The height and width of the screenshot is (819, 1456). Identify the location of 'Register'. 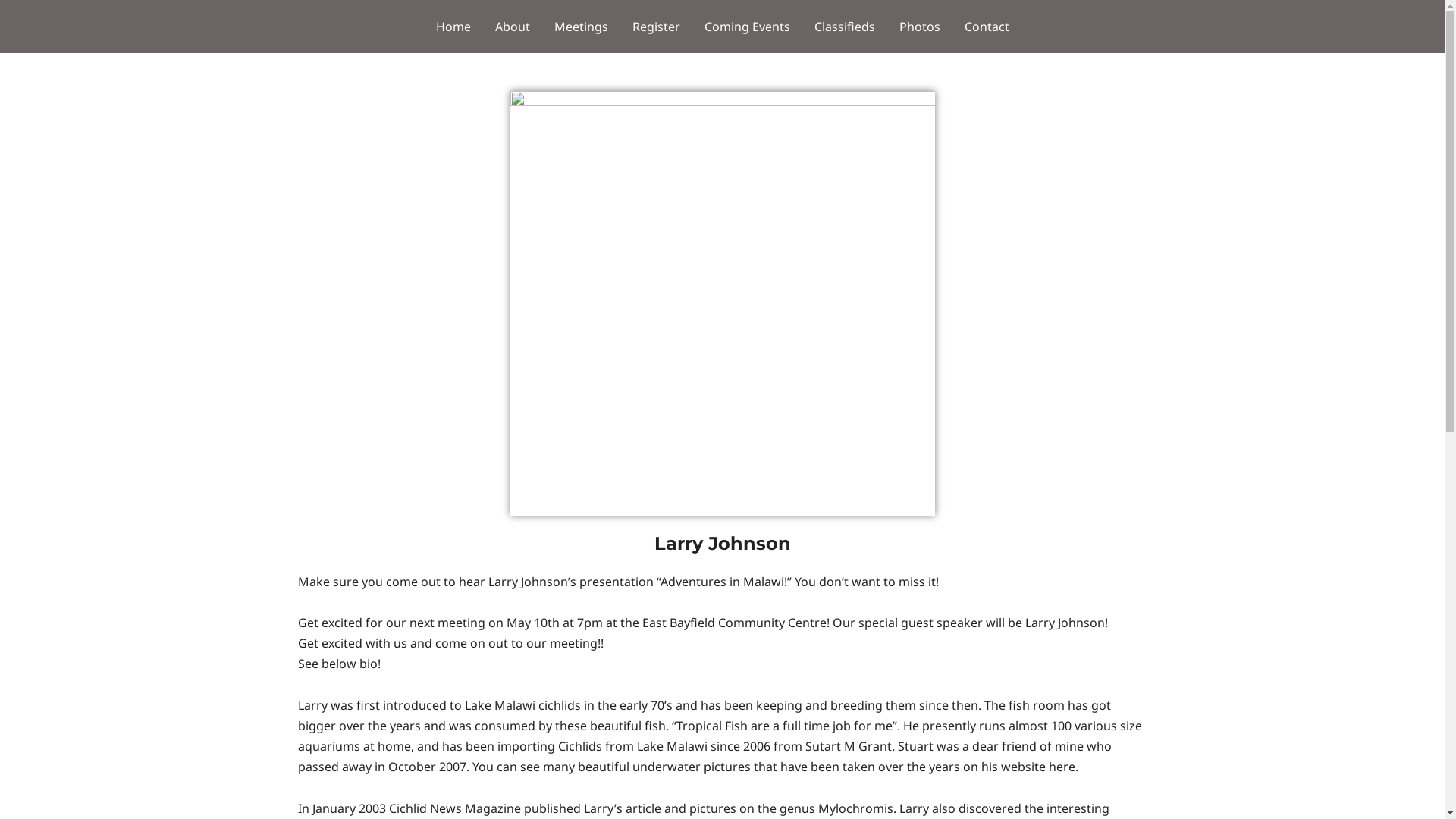
(656, 26).